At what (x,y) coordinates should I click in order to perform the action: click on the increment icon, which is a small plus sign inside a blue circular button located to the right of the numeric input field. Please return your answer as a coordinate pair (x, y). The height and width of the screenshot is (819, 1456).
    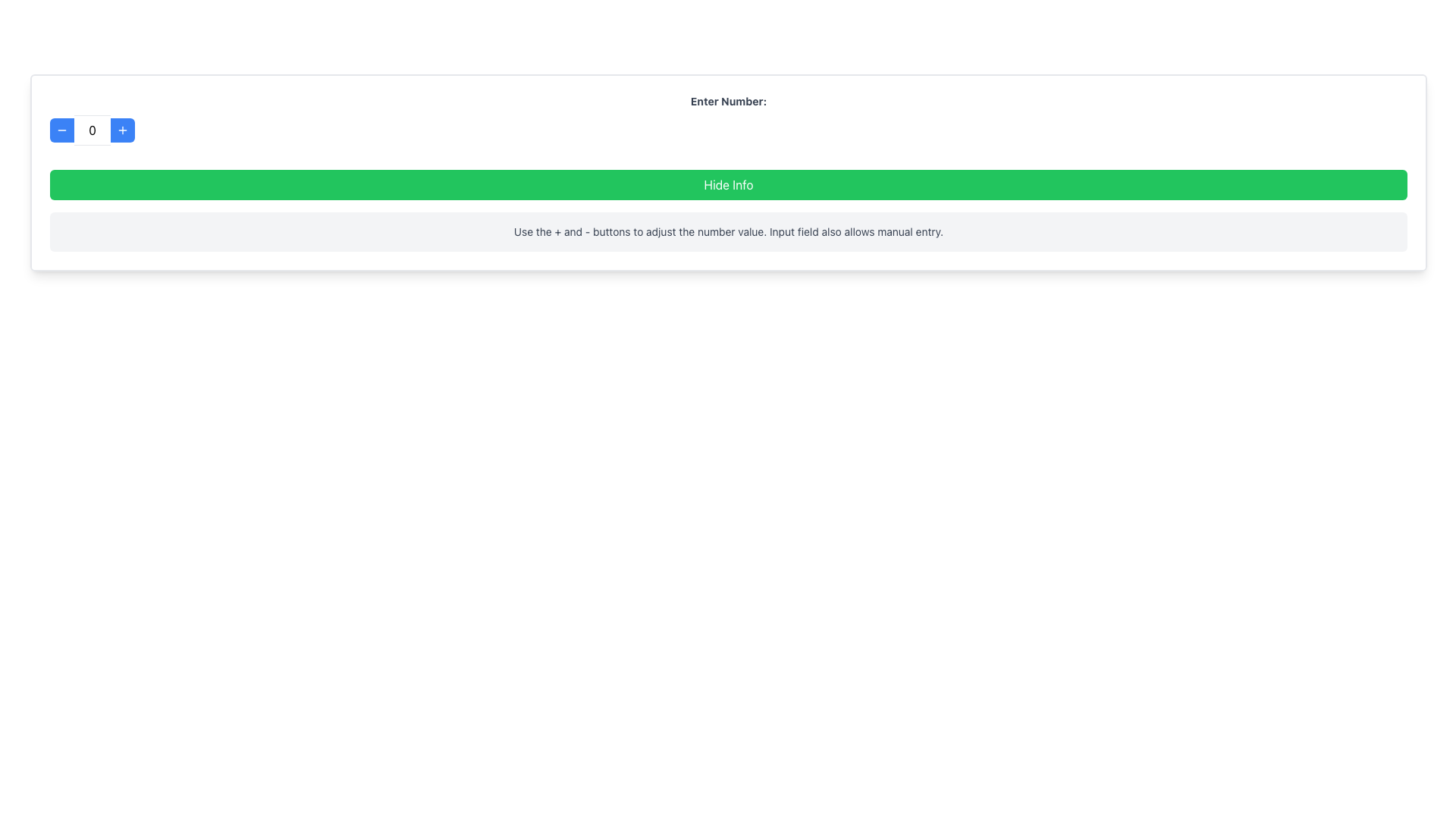
    Looking at the image, I should click on (123, 130).